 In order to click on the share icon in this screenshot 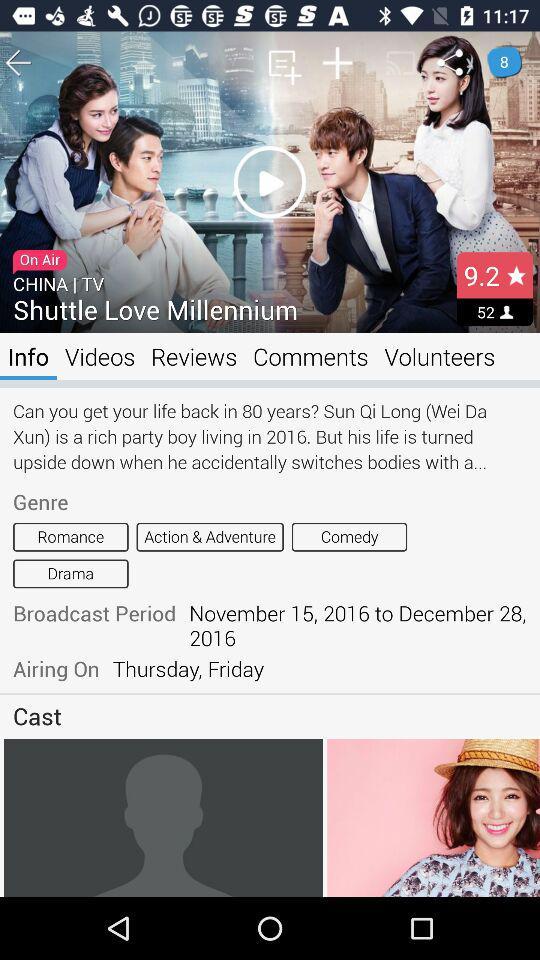, I will do `click(450, 62)`.